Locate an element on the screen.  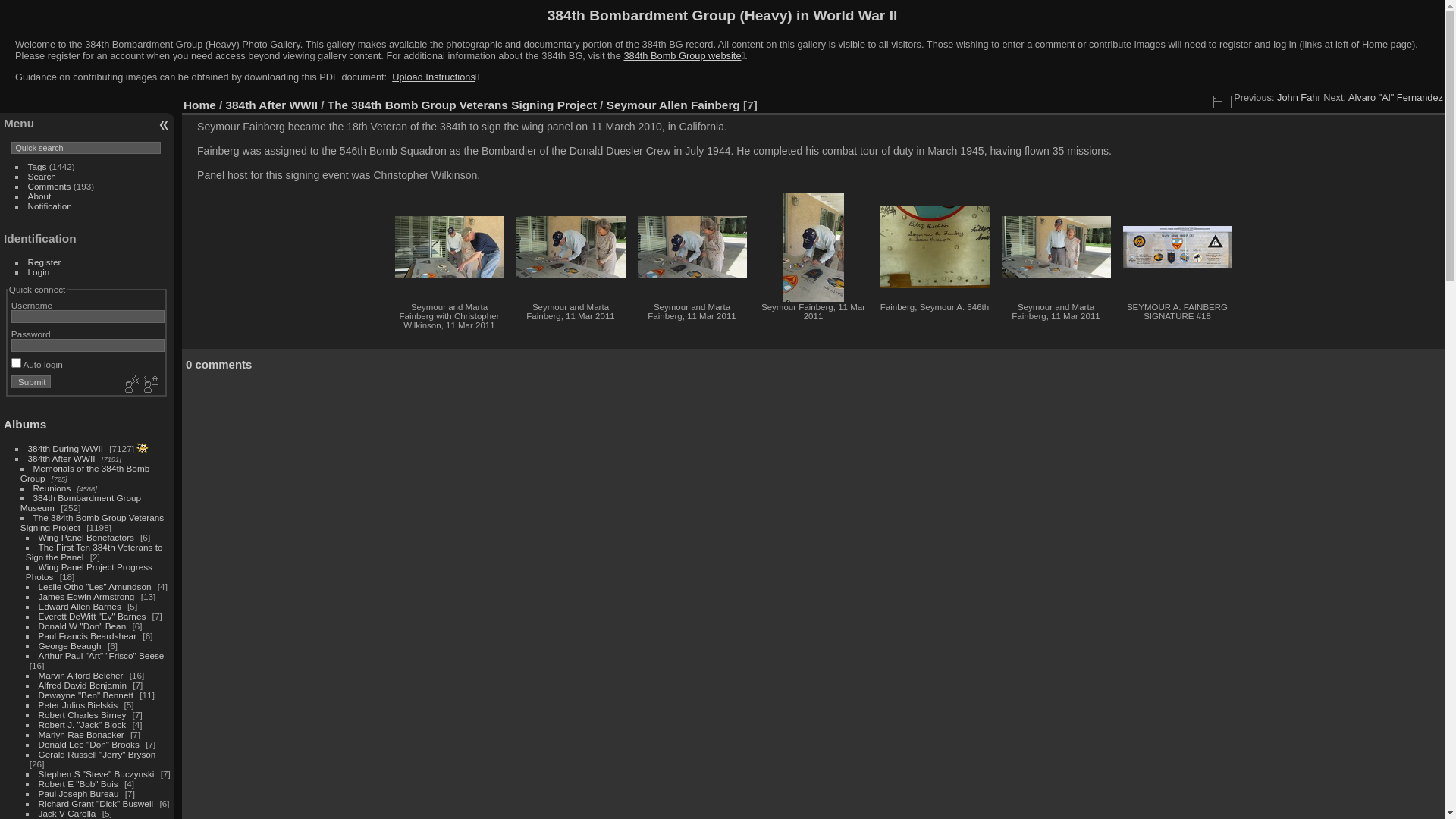
'Marvin Alford Belcher' is located at coordinates (80, 674).